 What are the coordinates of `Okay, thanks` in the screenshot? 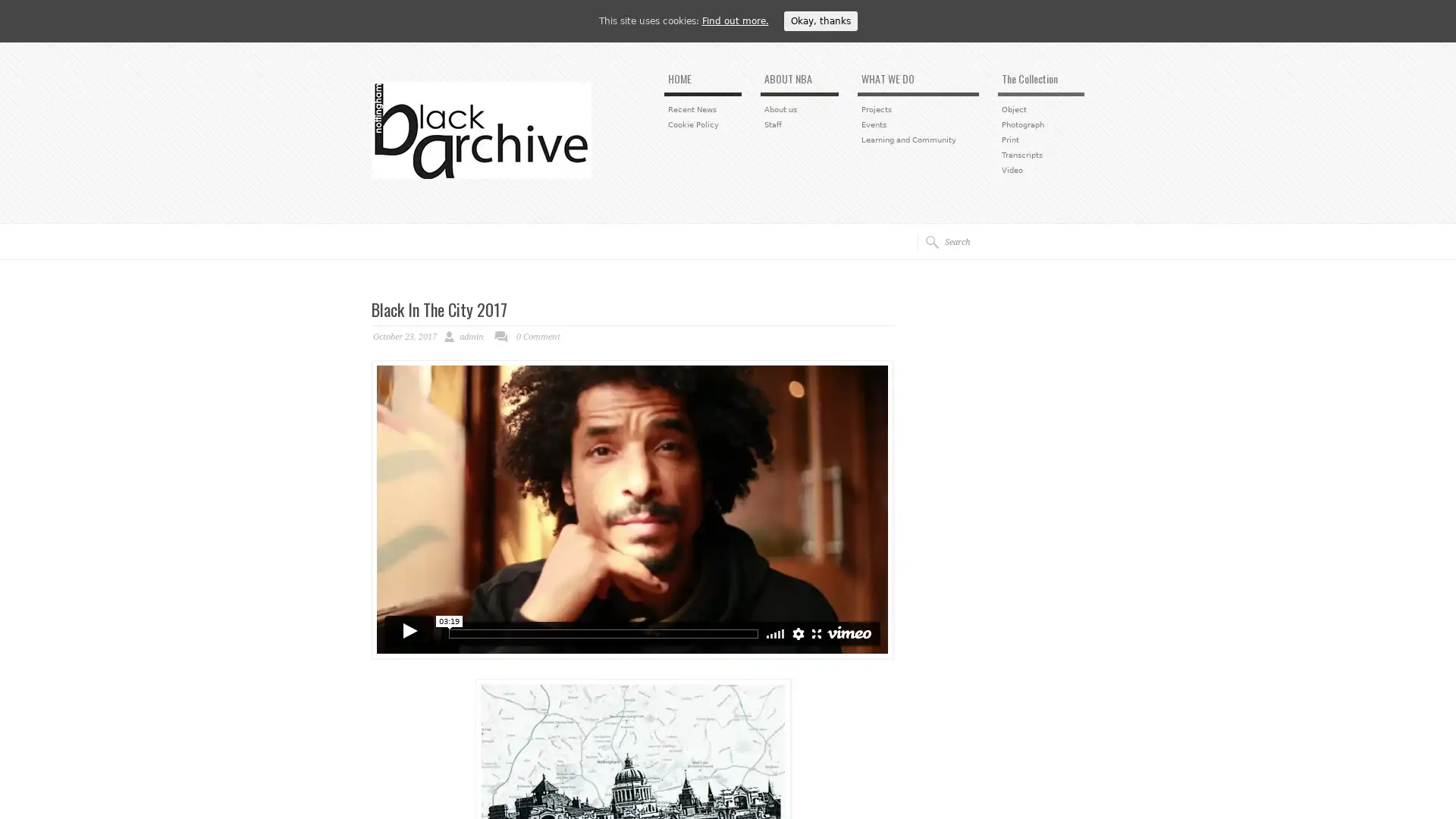 It's located at (819, 20).